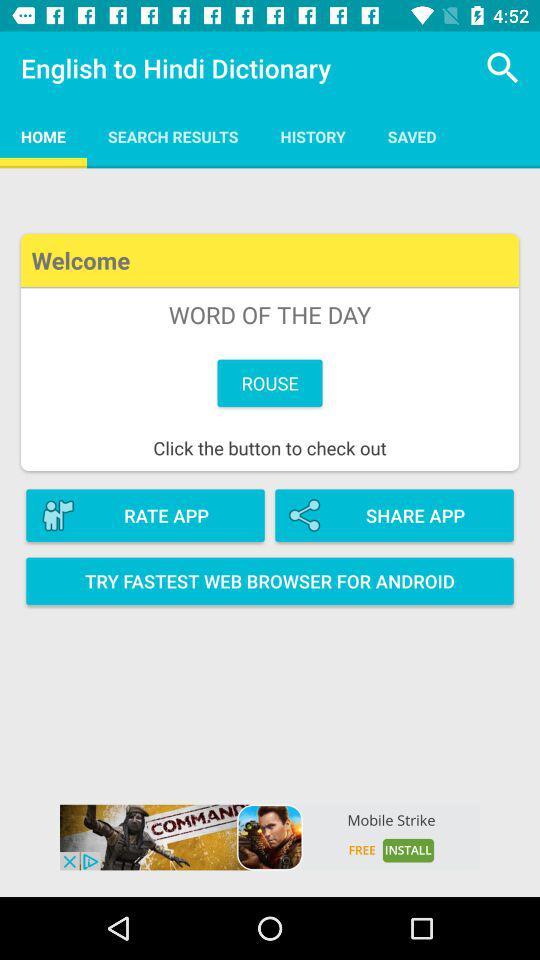 This screenshot has height=960, width=540. I want to click on the text saved, so click(411, 135).